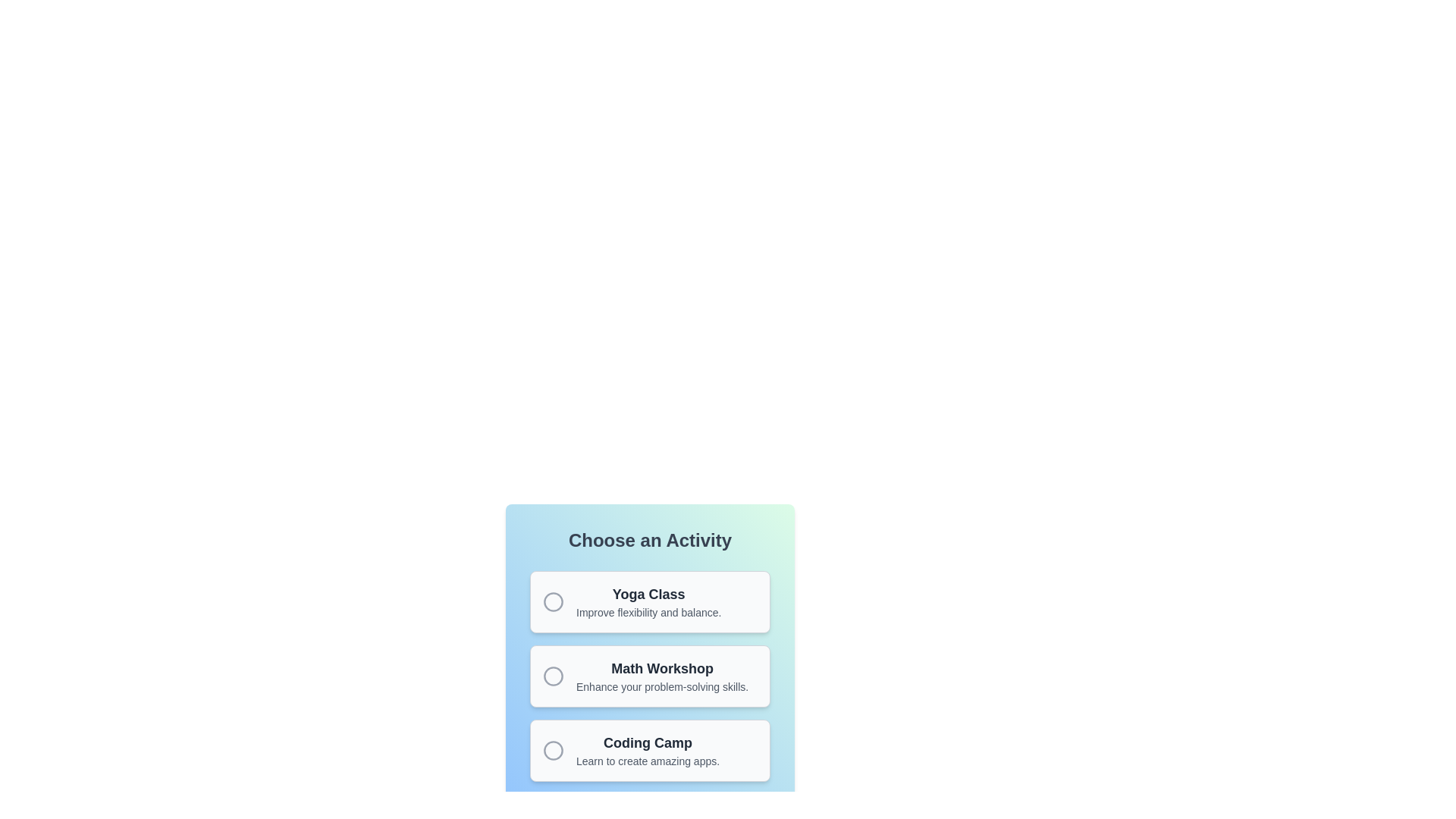  Describe the element at coordinates (662, 668) in the screenshot. I see `the 'Math Workshop' text label, which is a bold, dark gray font heading element positioned within the middle rectangular card of three stacked options` at that location.